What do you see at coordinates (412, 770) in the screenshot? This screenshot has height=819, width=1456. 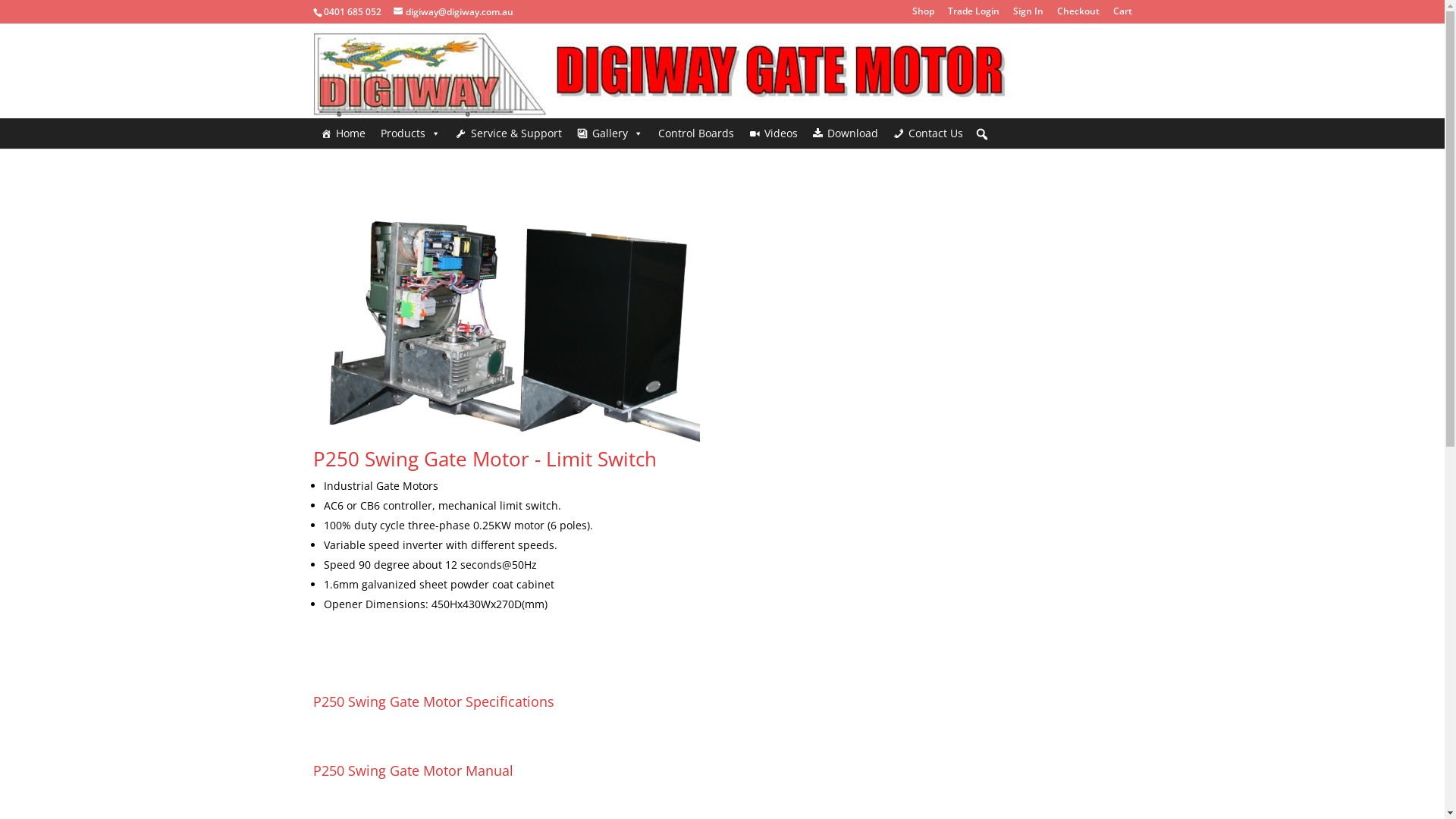 I see `'P250 Swing Gate Motor Manual'` at bounding box center [412, 770].